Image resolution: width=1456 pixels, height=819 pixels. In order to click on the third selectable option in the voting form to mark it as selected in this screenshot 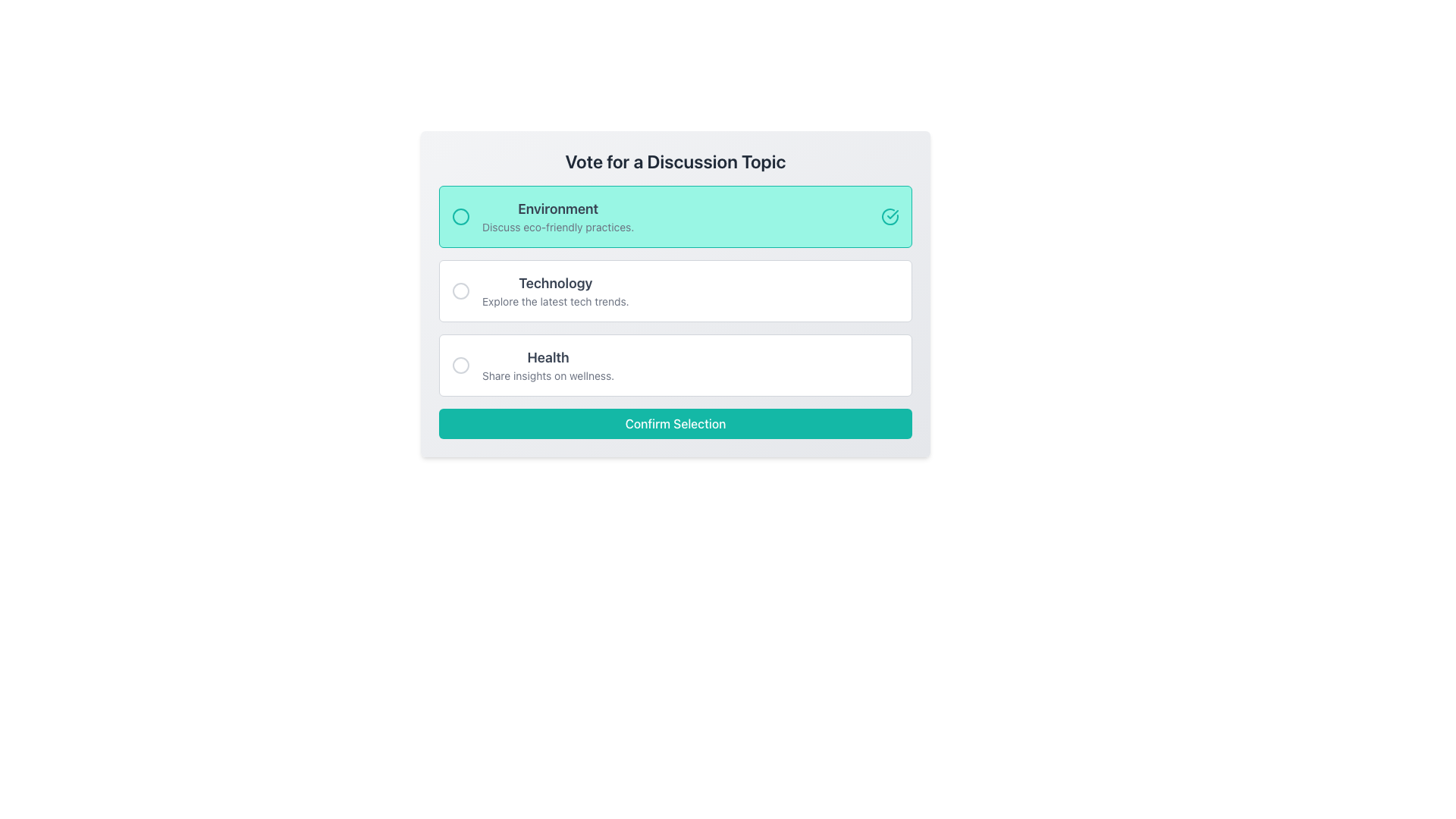, I will do `click(533, 366)`.